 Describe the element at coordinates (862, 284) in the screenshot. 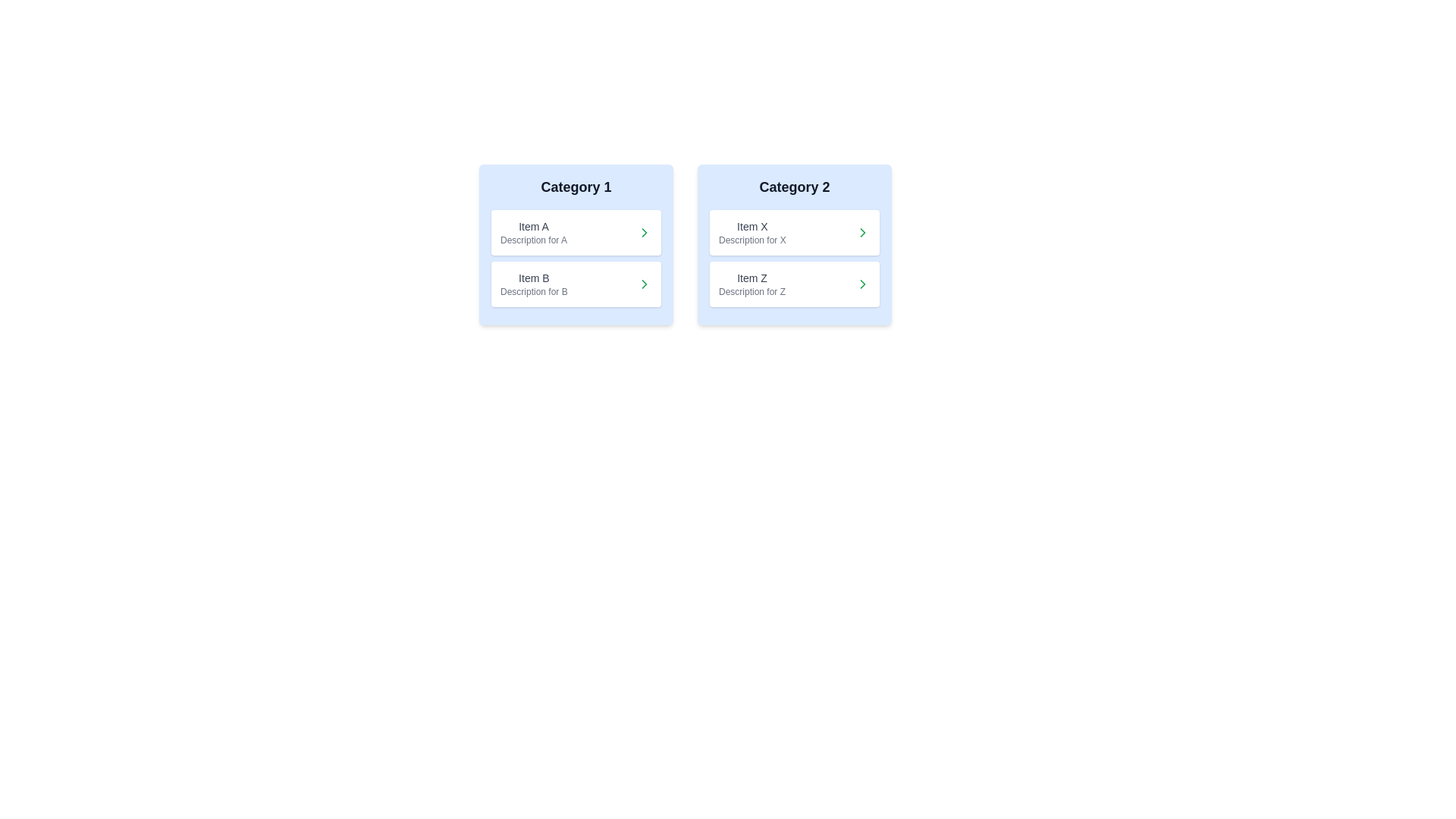

I see `the transfer button for Item Z to move it to the other category` at that location.